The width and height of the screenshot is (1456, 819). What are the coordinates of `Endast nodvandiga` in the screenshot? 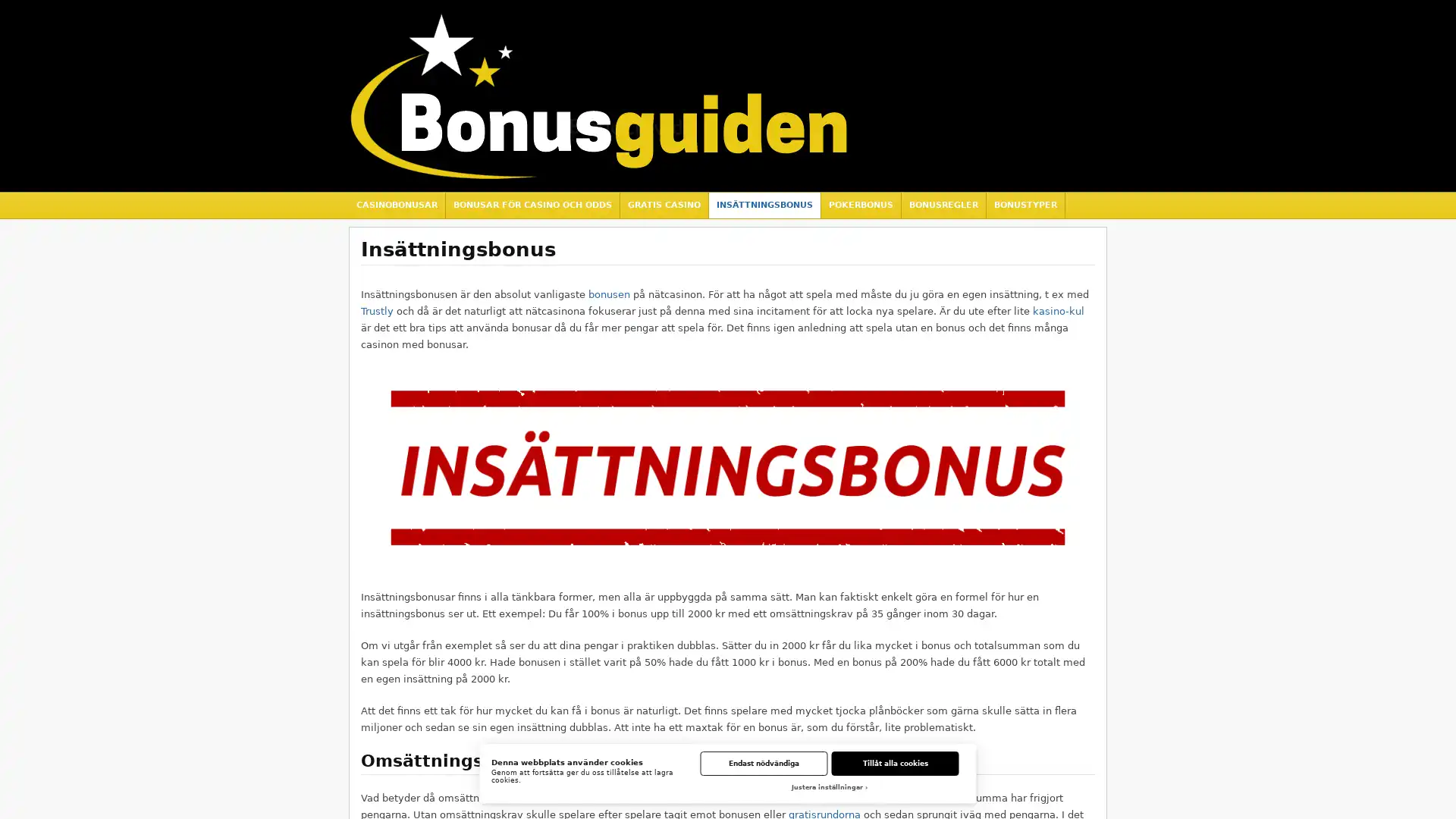 It's located at (764, 763).